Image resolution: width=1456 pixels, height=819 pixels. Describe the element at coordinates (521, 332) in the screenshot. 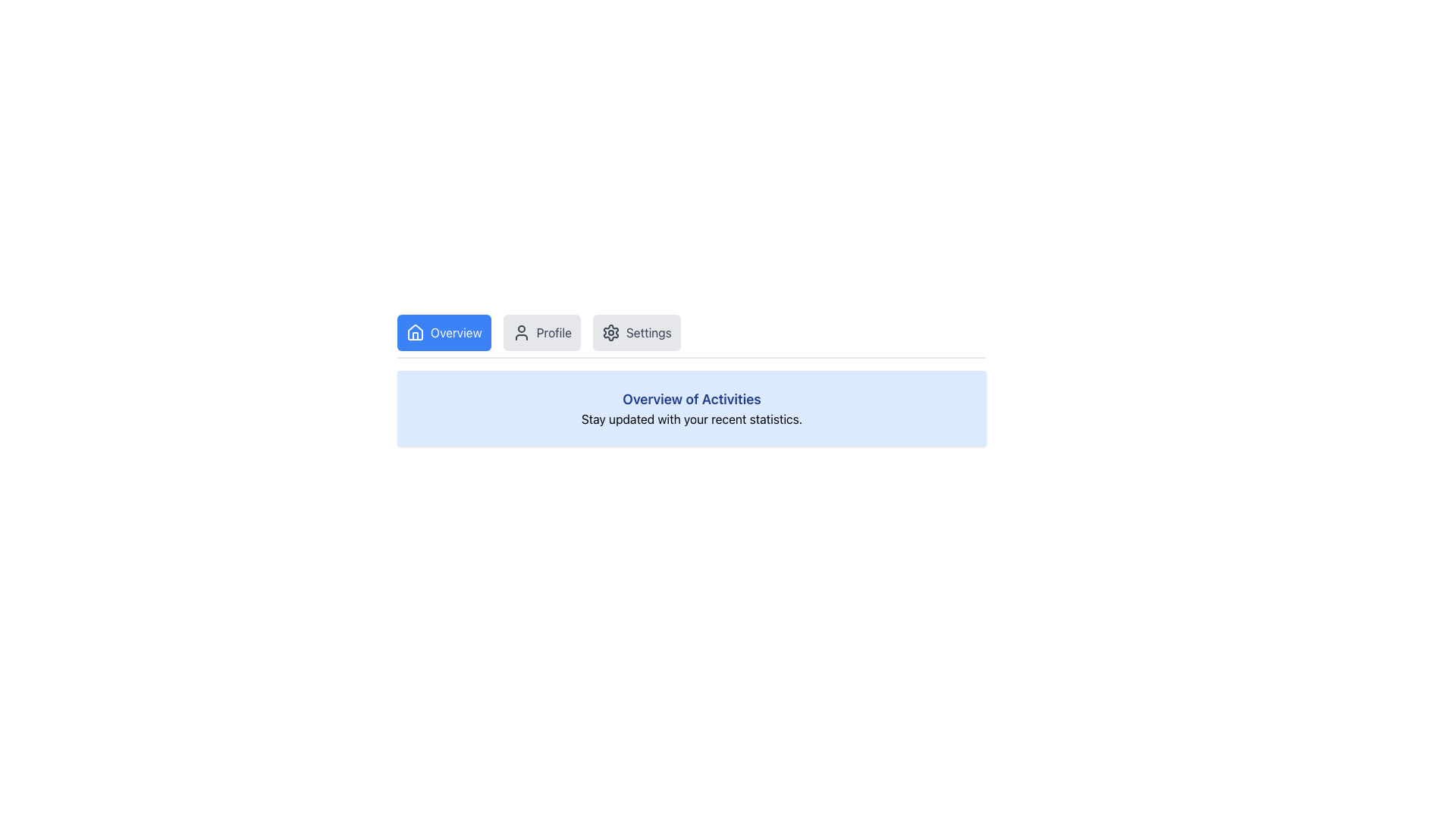

I see `the user icon SVG graphic, which is the leftmost sub-element within the 'Profile' button` at that location.